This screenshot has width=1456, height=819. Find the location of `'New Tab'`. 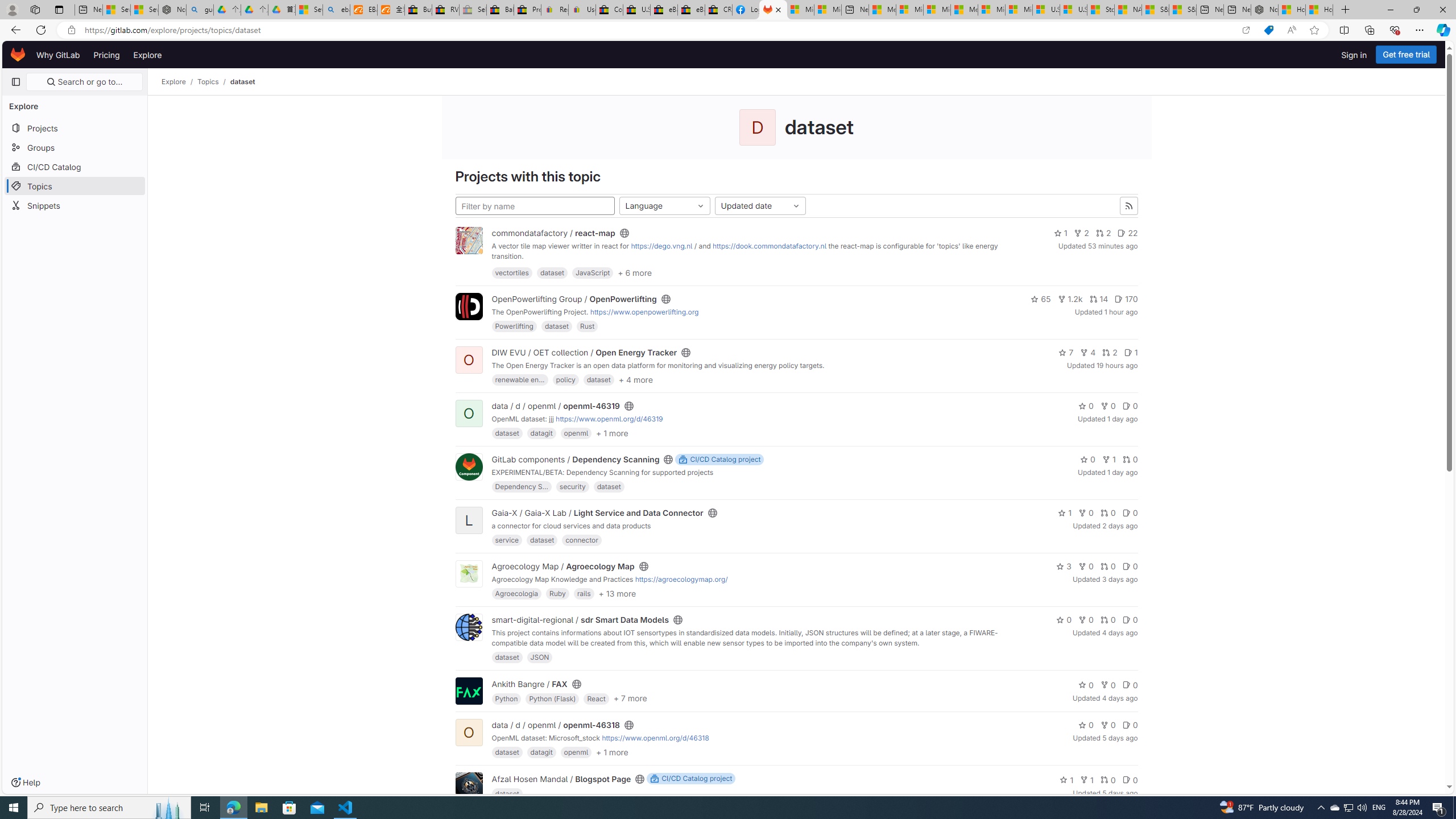

'New Tab' is located at coordinates (1345, 9).